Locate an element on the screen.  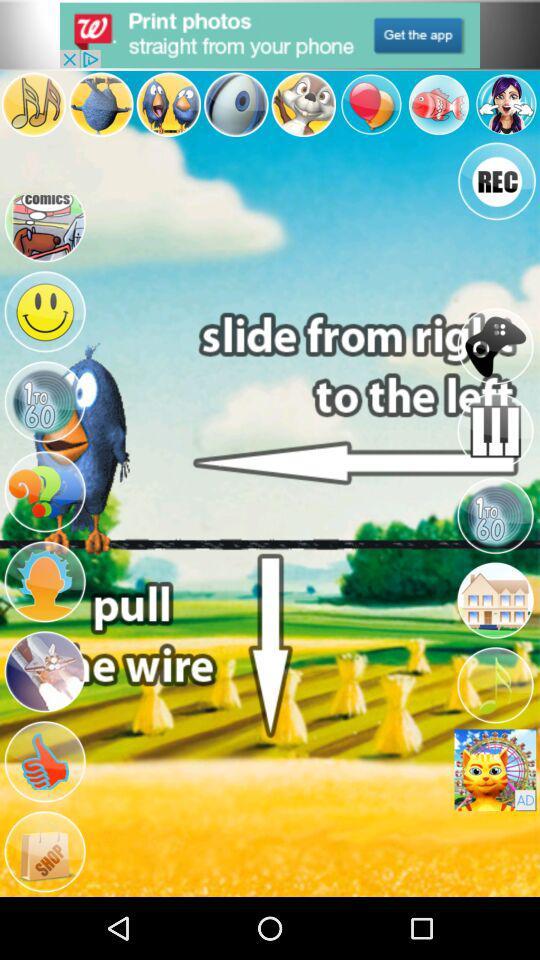
the image which is at the bottom right corner of the screen is located at coordinates (494, 769).